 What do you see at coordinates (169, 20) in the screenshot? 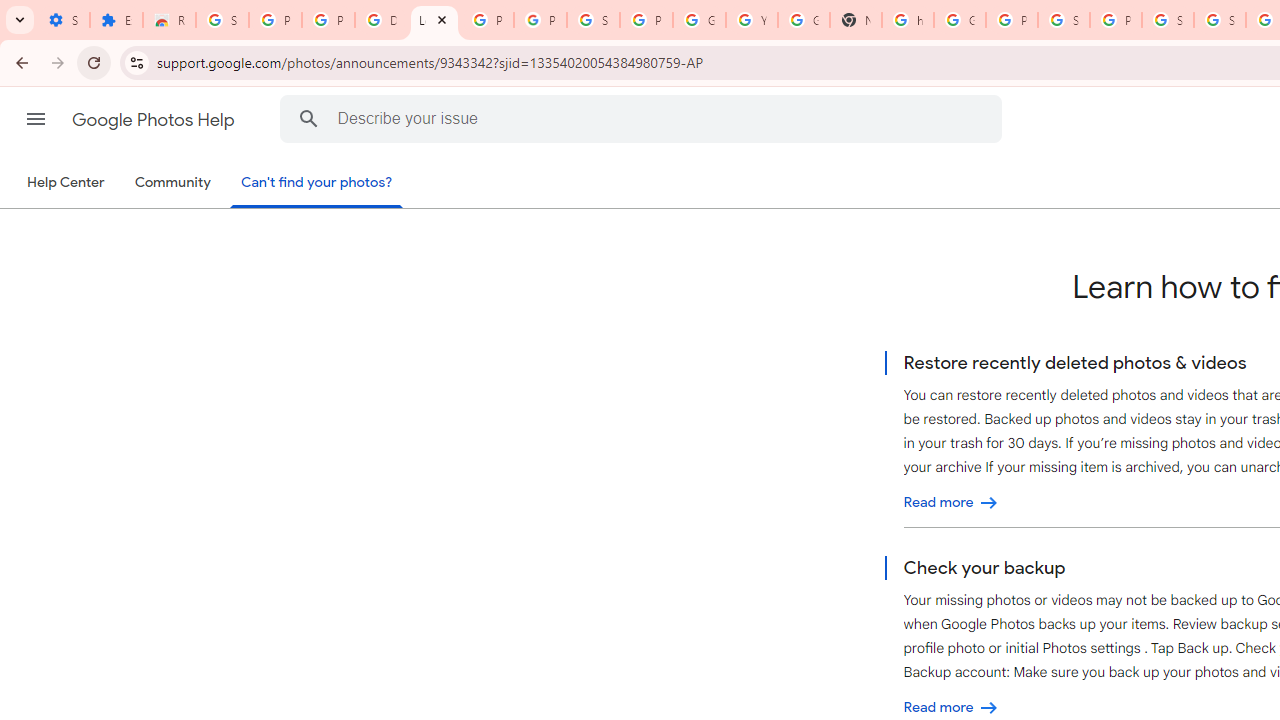
I see `'Reviews: Helix Fruit Jump Arcade Game'` at bounding box center [169, 20].